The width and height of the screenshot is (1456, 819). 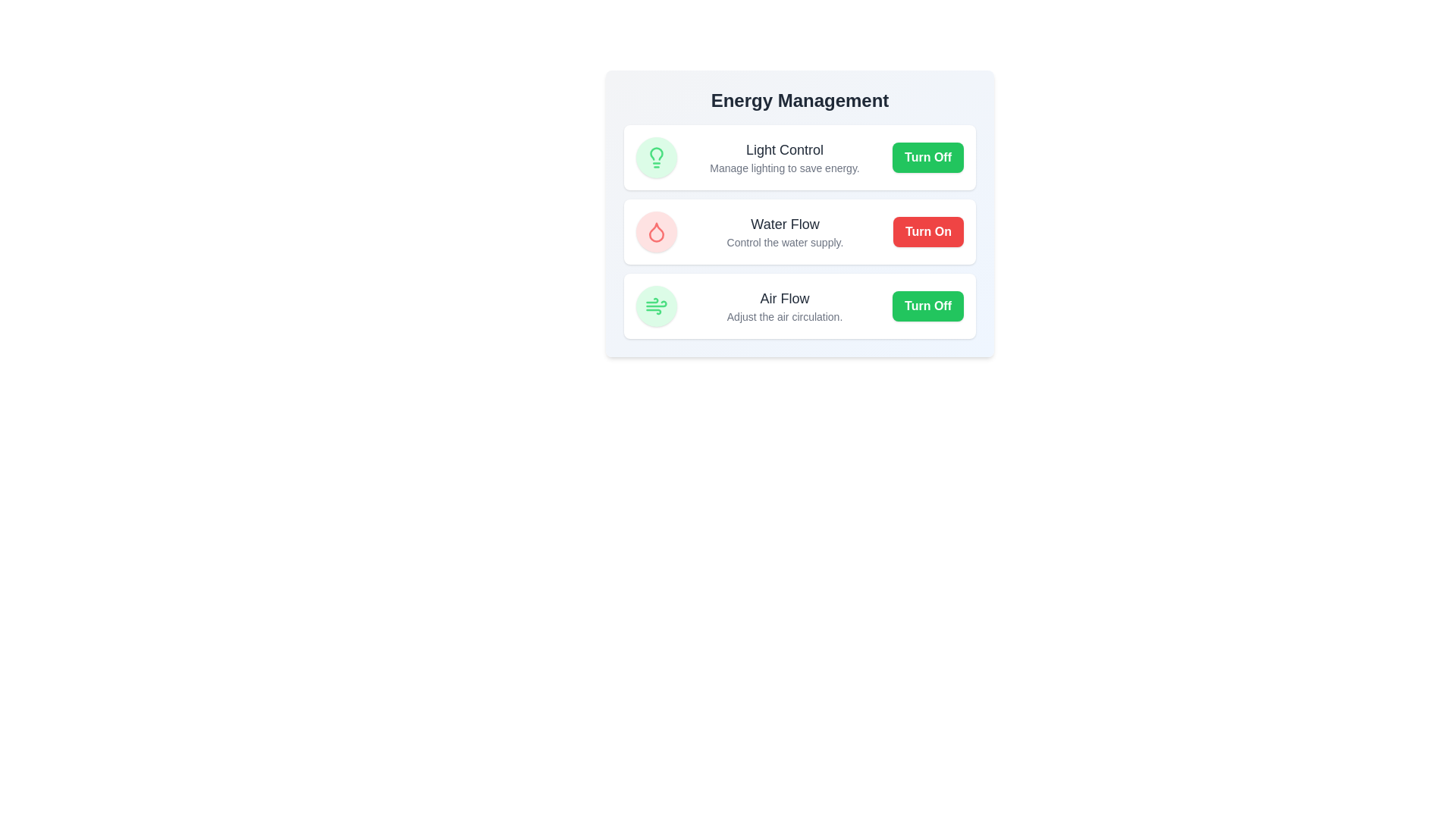 I want to click on the text element that provides information about the water flow control feature, positioned centrally between the 'Light Control' and 'Air Flow' sections, so click(x=785, y=231).